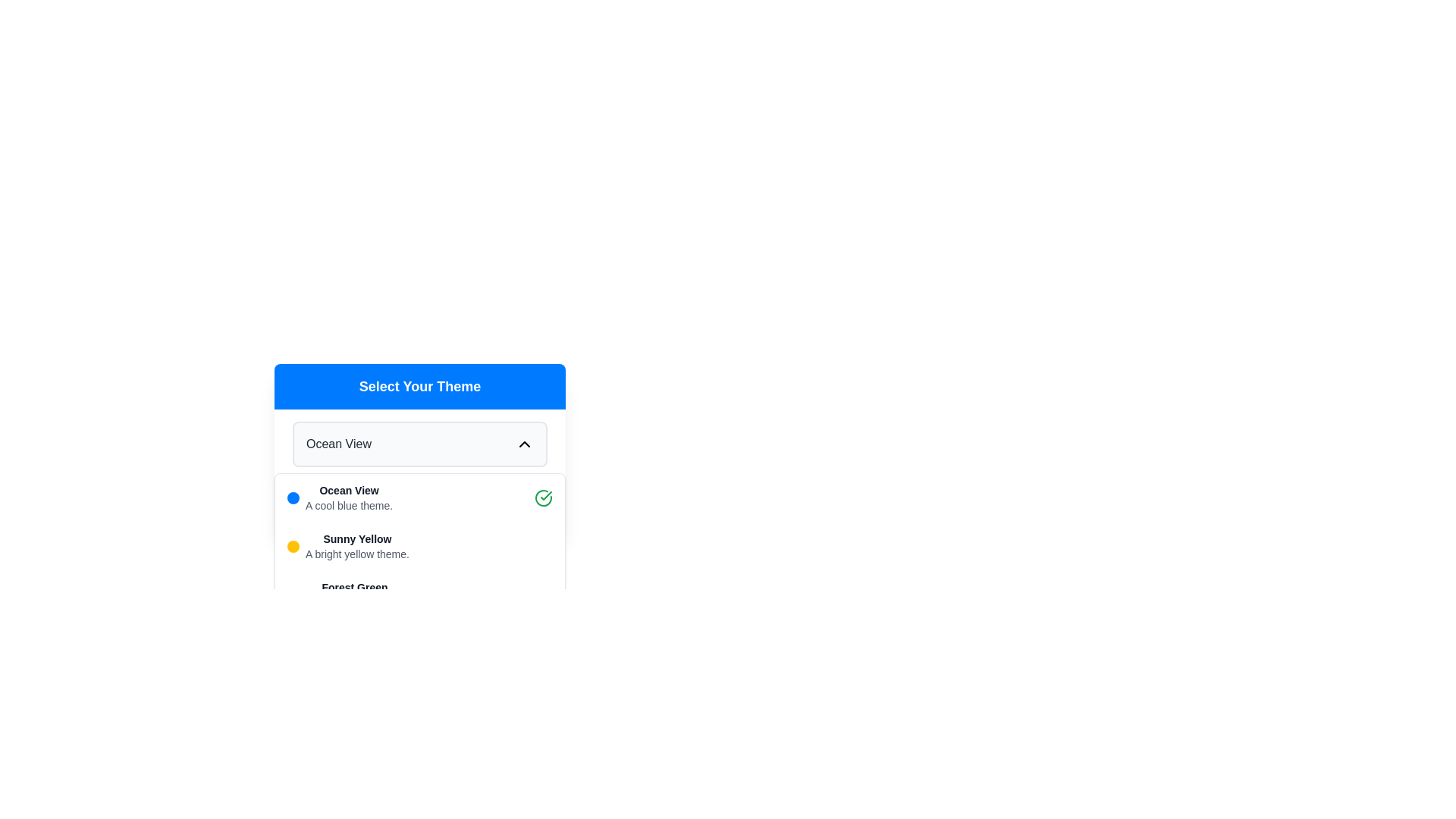 This screenshot has height=819, width=1456. What do you see at coordinates (419, 497) in the screenshot?
I see `the dropdown list item representing the theme option 'Ocean View'` at bounding box center [419, 497].